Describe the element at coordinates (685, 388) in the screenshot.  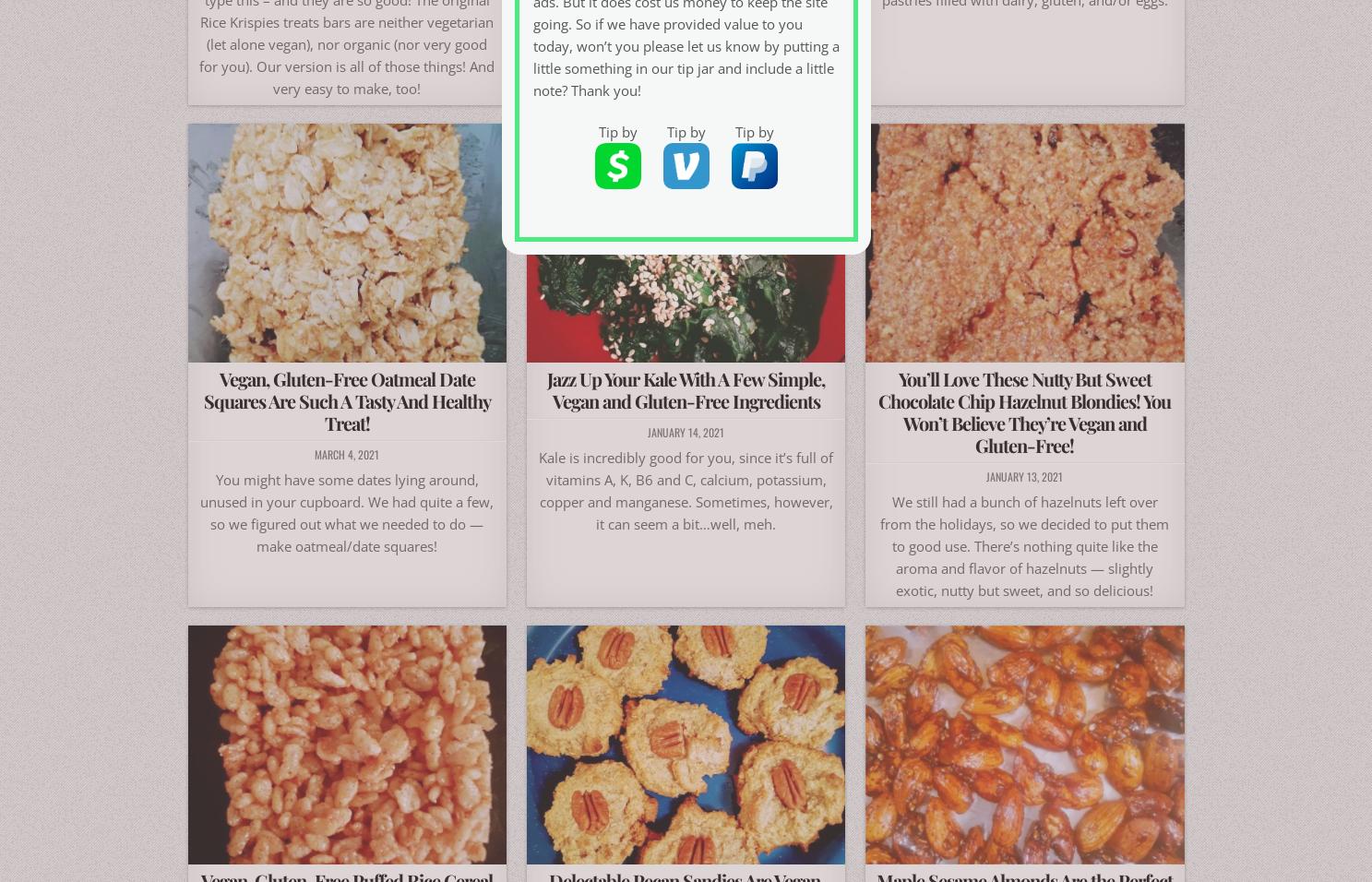
I see `'Jazz Up Your Kale With A Few Simple, Vegan and Gluten-Free Ingredients'` at that location.